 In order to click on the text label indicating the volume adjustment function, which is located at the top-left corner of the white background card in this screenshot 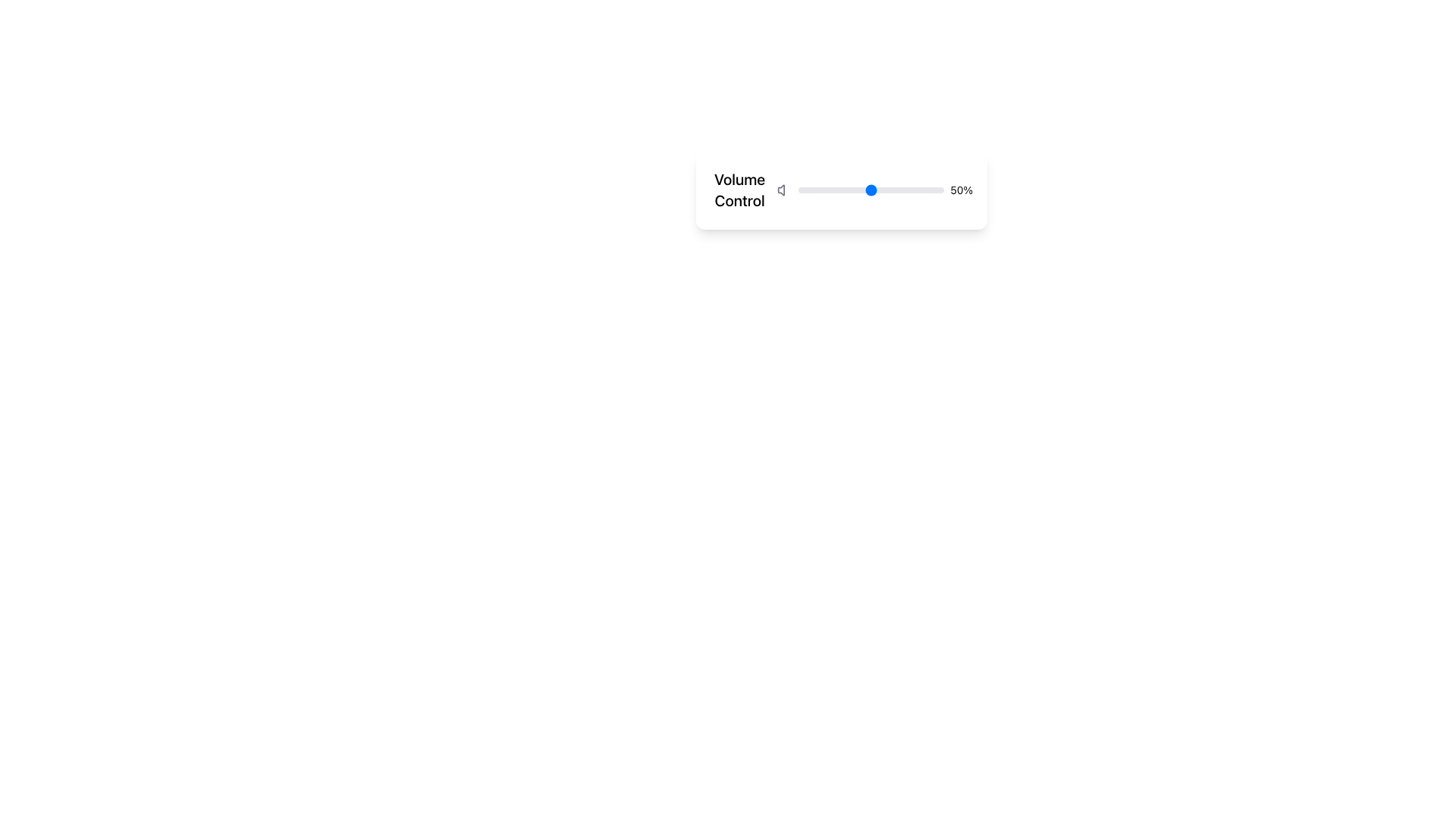, I will do `click(739, 189)`.